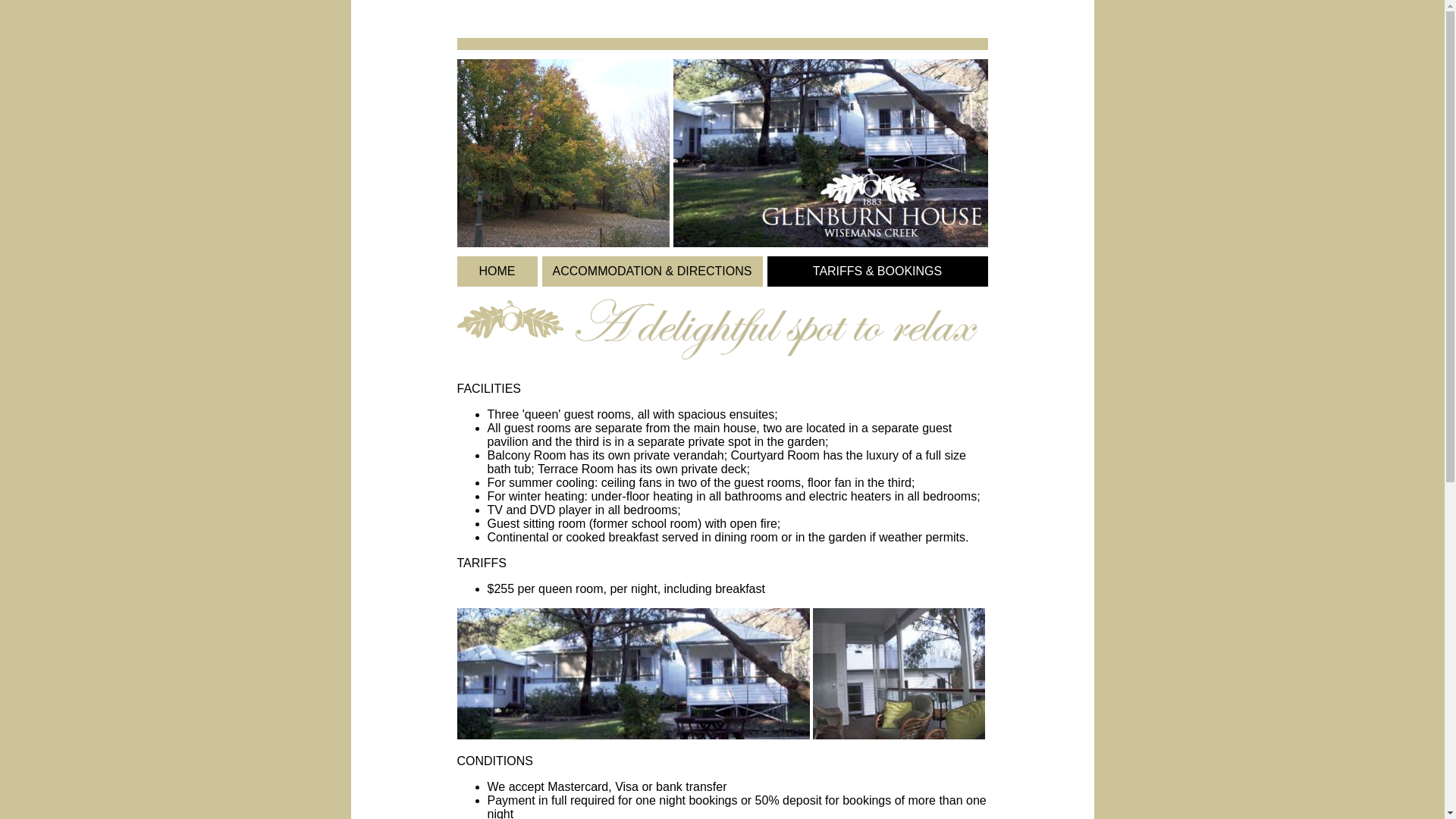 Image resolution: width=1456 pixels, height=819 pixels. What do you see at coordinates (652, 270) in the screenshot?
I see `'ACCOMMODATION & DIRECTIONS'` at bounding box center [652, 270].